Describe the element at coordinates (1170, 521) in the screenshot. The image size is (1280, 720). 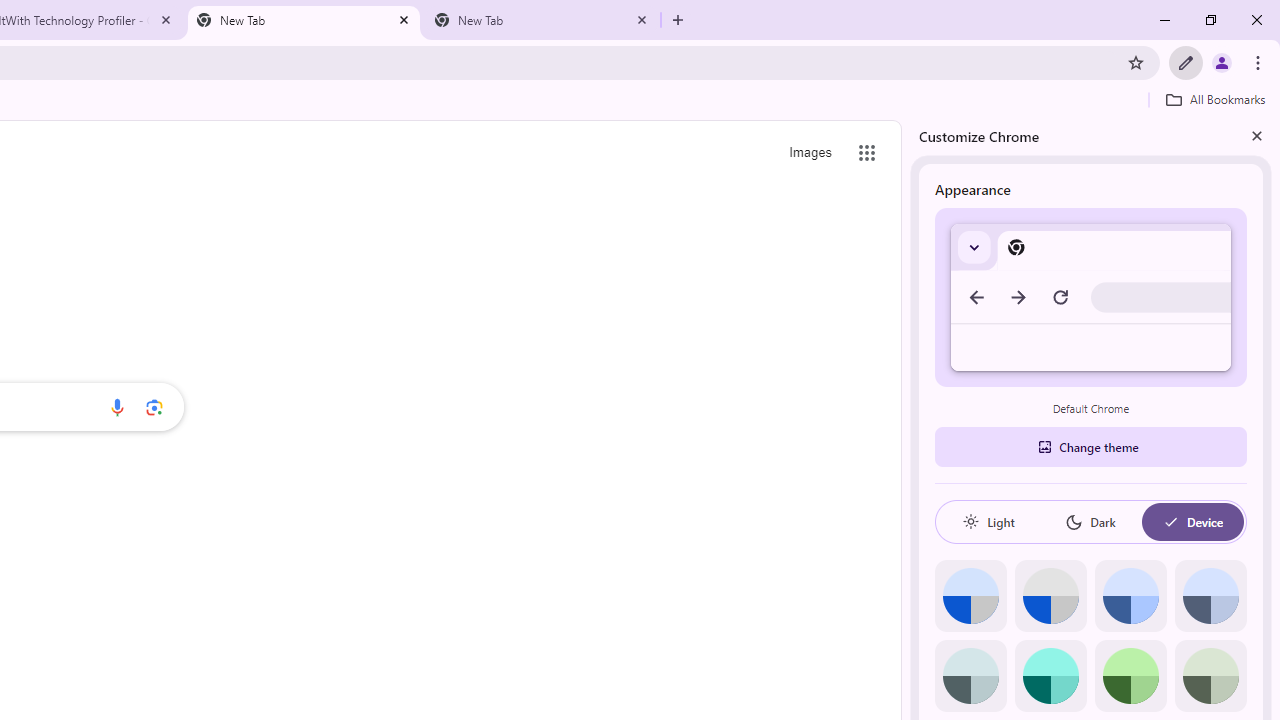
I see `'AutomationID: baseSvg'` at that location.